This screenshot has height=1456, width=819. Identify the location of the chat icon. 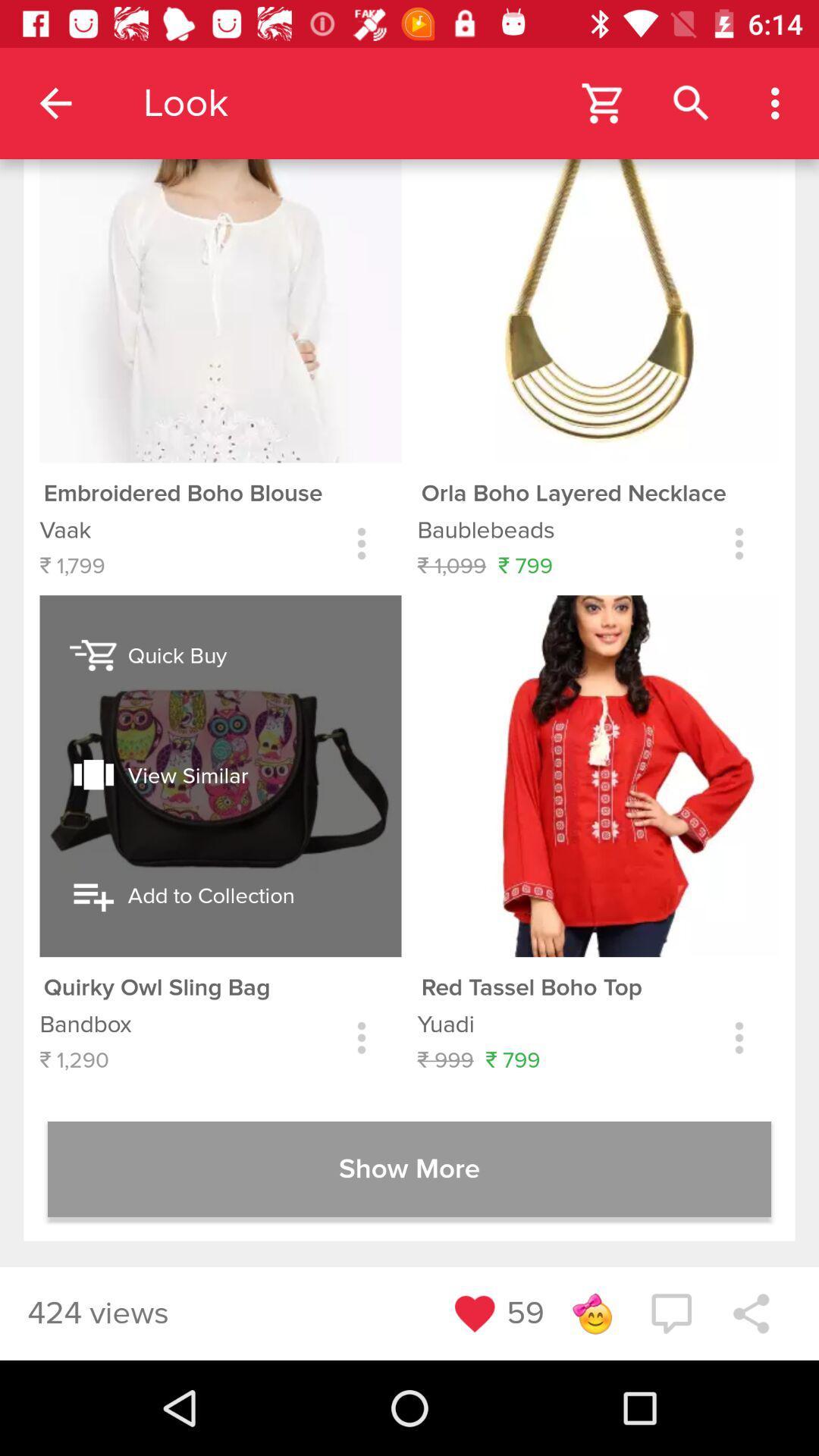
(670, 1313).